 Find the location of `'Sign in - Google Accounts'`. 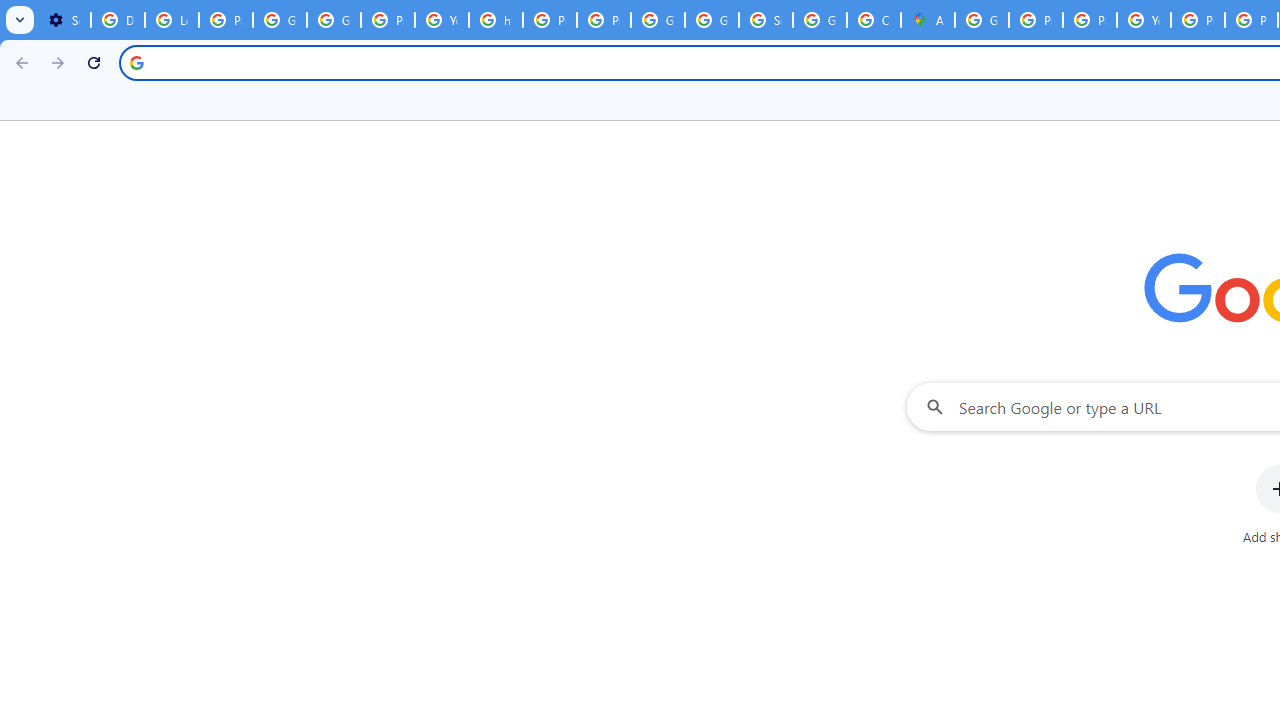

'Sign in - Google Accounts' is located at coordinates (765, 20).